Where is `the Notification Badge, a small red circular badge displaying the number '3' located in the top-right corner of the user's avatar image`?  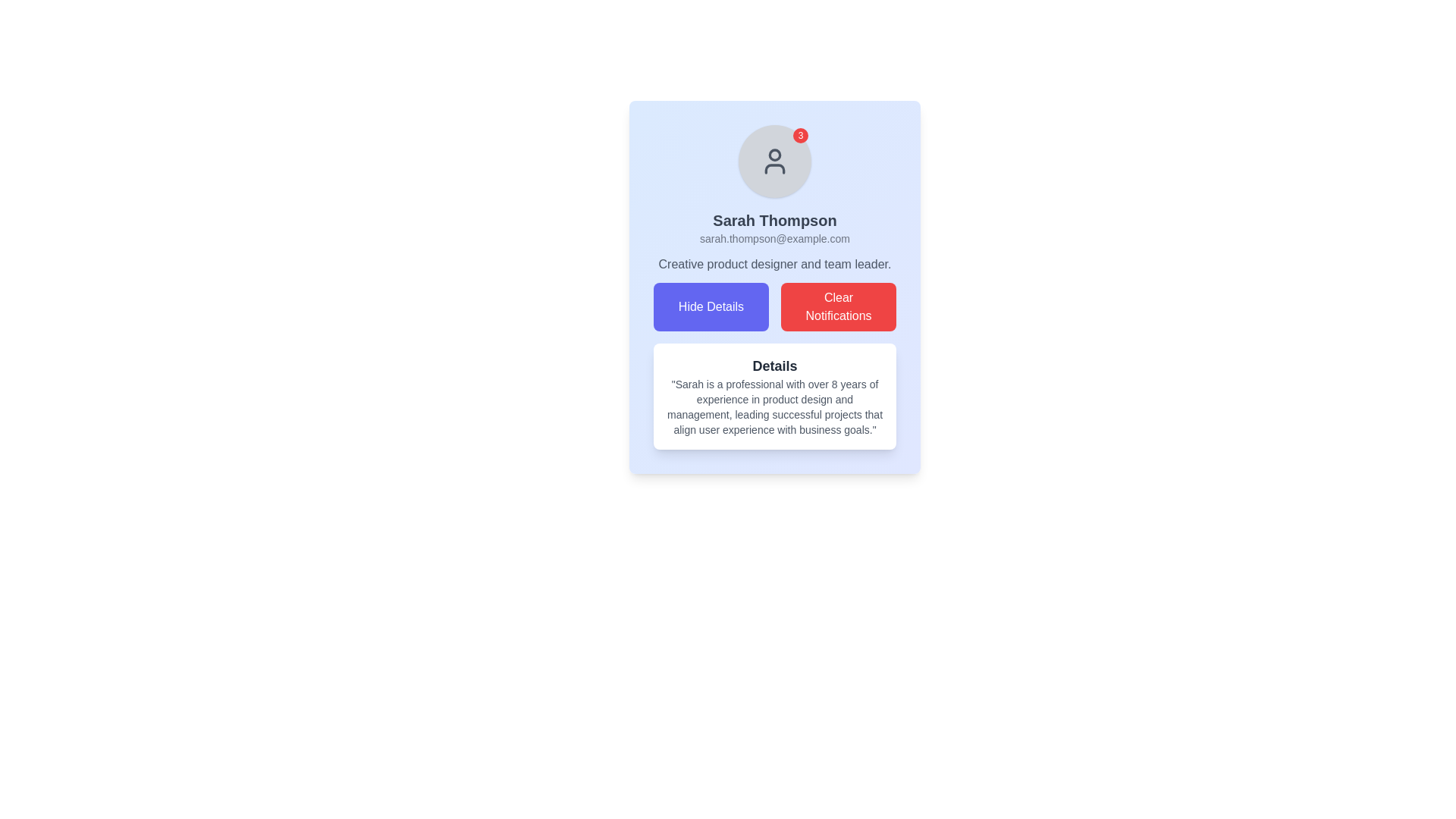 the Notification Badge, a small red circular badge displaying the number '3' located in the top-right corner of the user's avatar image is located at coordinates (800, 134).